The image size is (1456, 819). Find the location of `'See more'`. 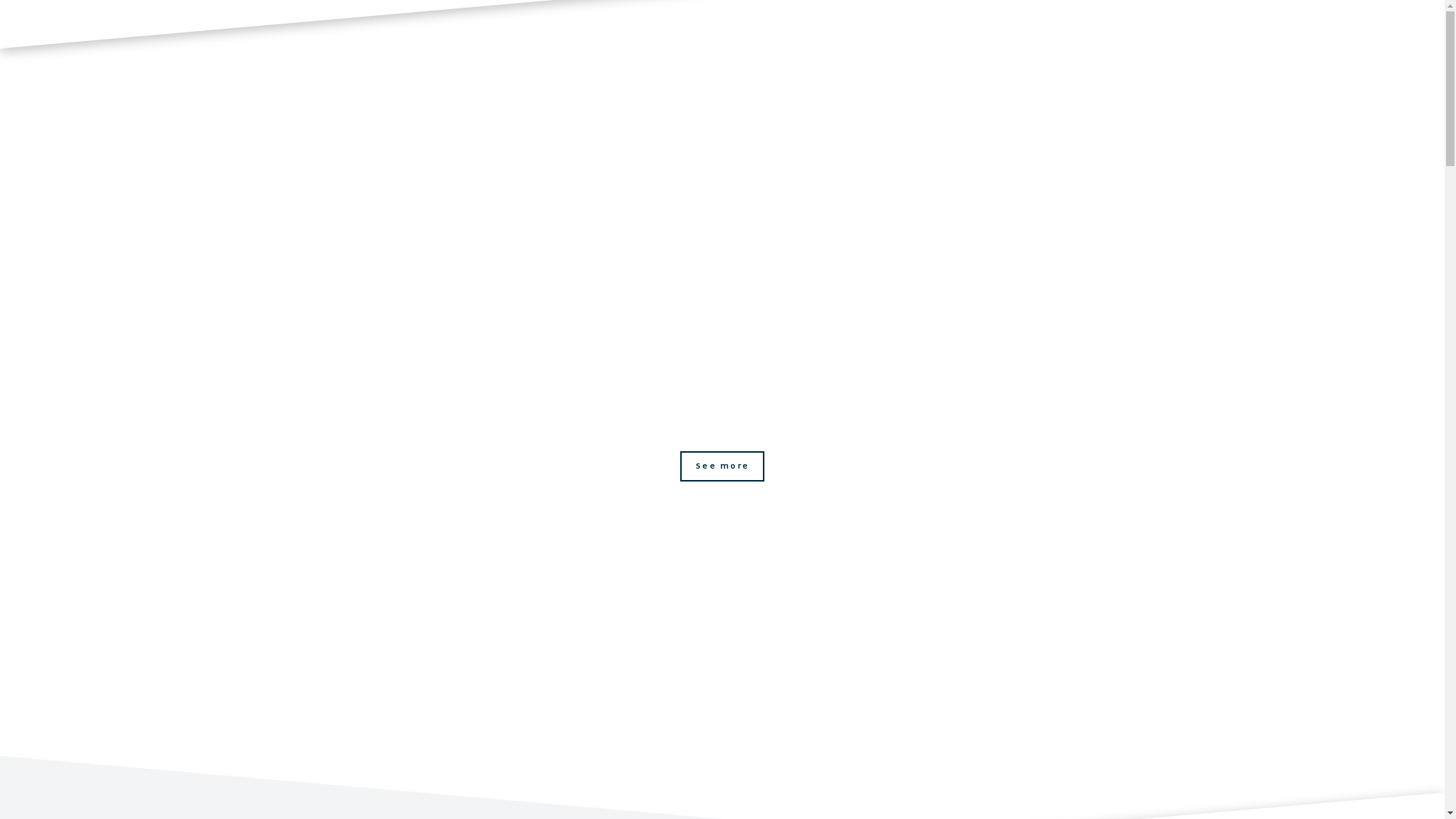

'See more' is located at coordinates (679, 465).